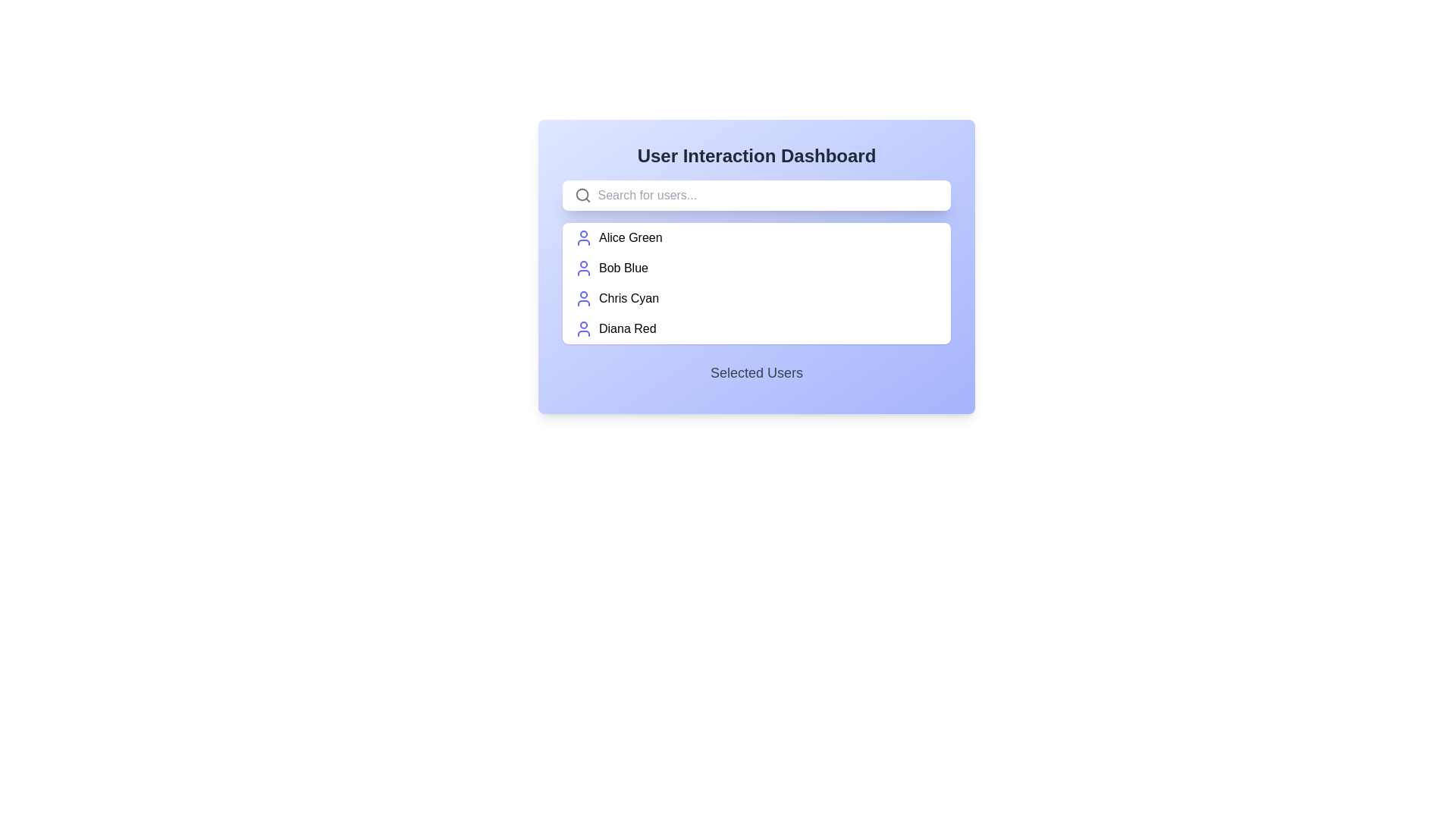 This screenshot has width=1456, height=819. What do you see at coordinates (757, 375) in the screenshot?
I see `the 'Selected Users' text label displayed in medium gray font, located at the bottom of the card UI component` at bounding box center [757, 375].